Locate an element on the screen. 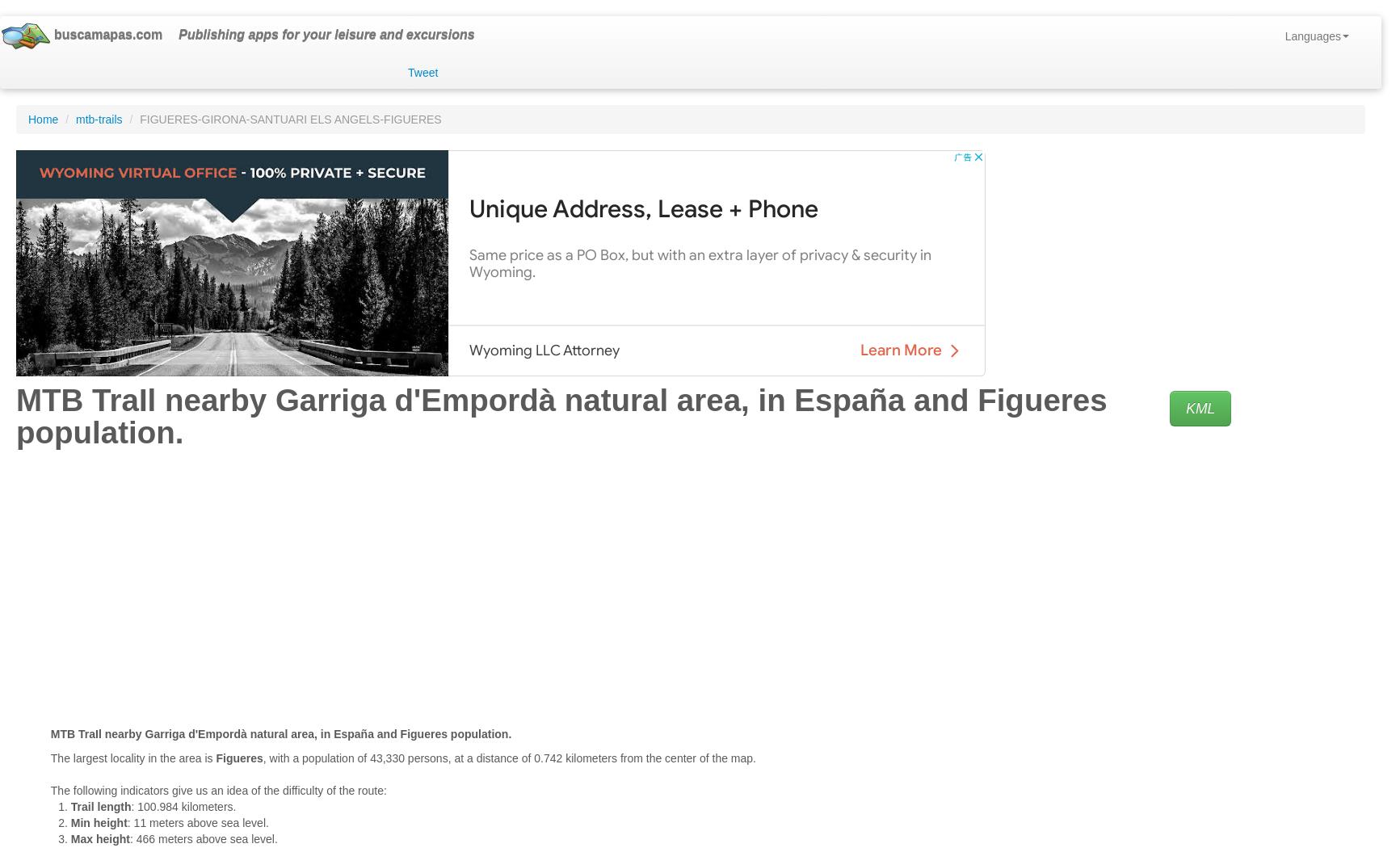  'Figueres' is located at coordinates (238, 758).